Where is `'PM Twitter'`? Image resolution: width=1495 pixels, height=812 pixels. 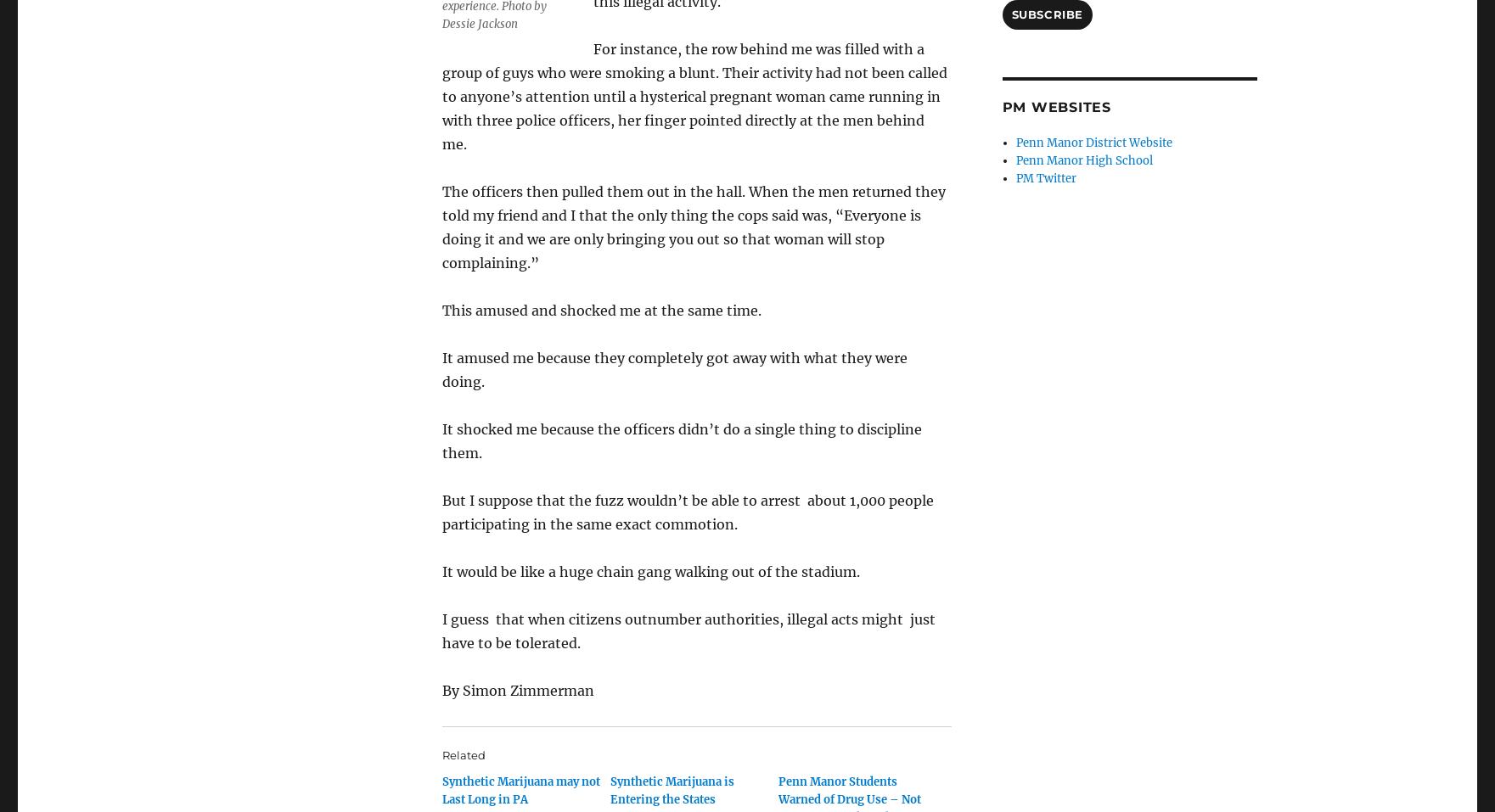 'PM Twitter' is located at coordinates (1045, 177).